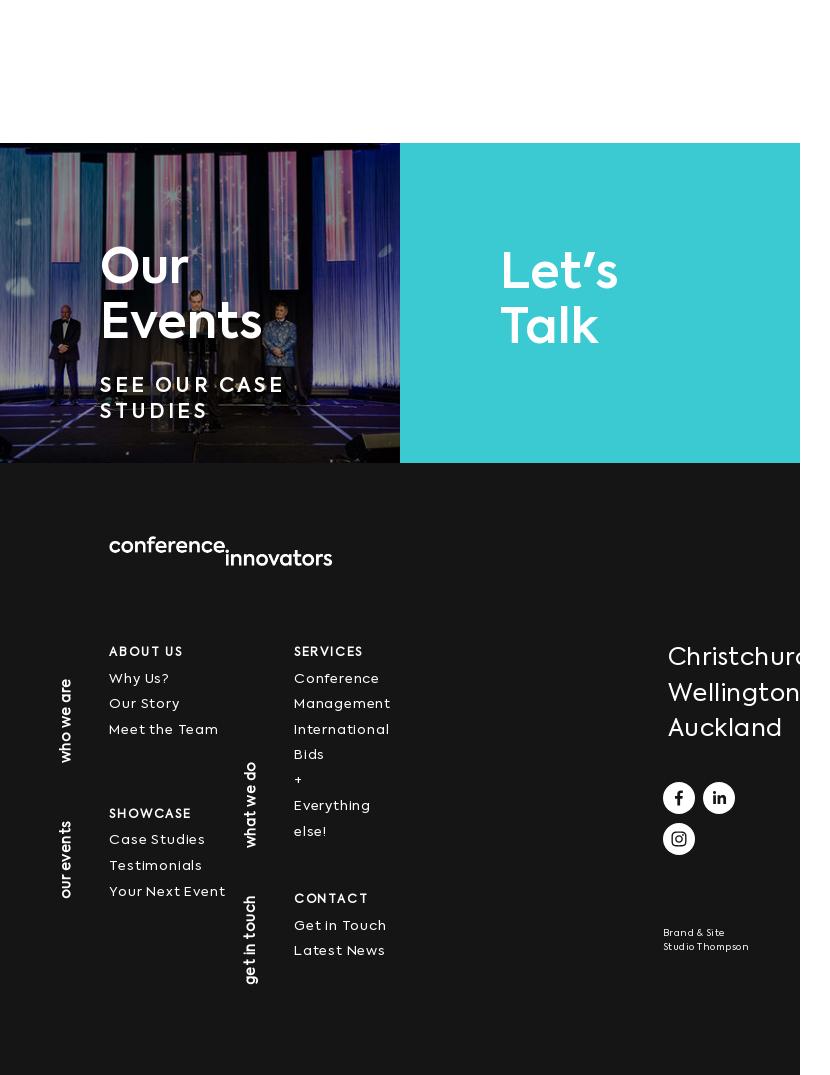  What do you see at coordinates (156, 840) in the screenshot?
I see `'Case Studies'` at bounding box center [156, 840].